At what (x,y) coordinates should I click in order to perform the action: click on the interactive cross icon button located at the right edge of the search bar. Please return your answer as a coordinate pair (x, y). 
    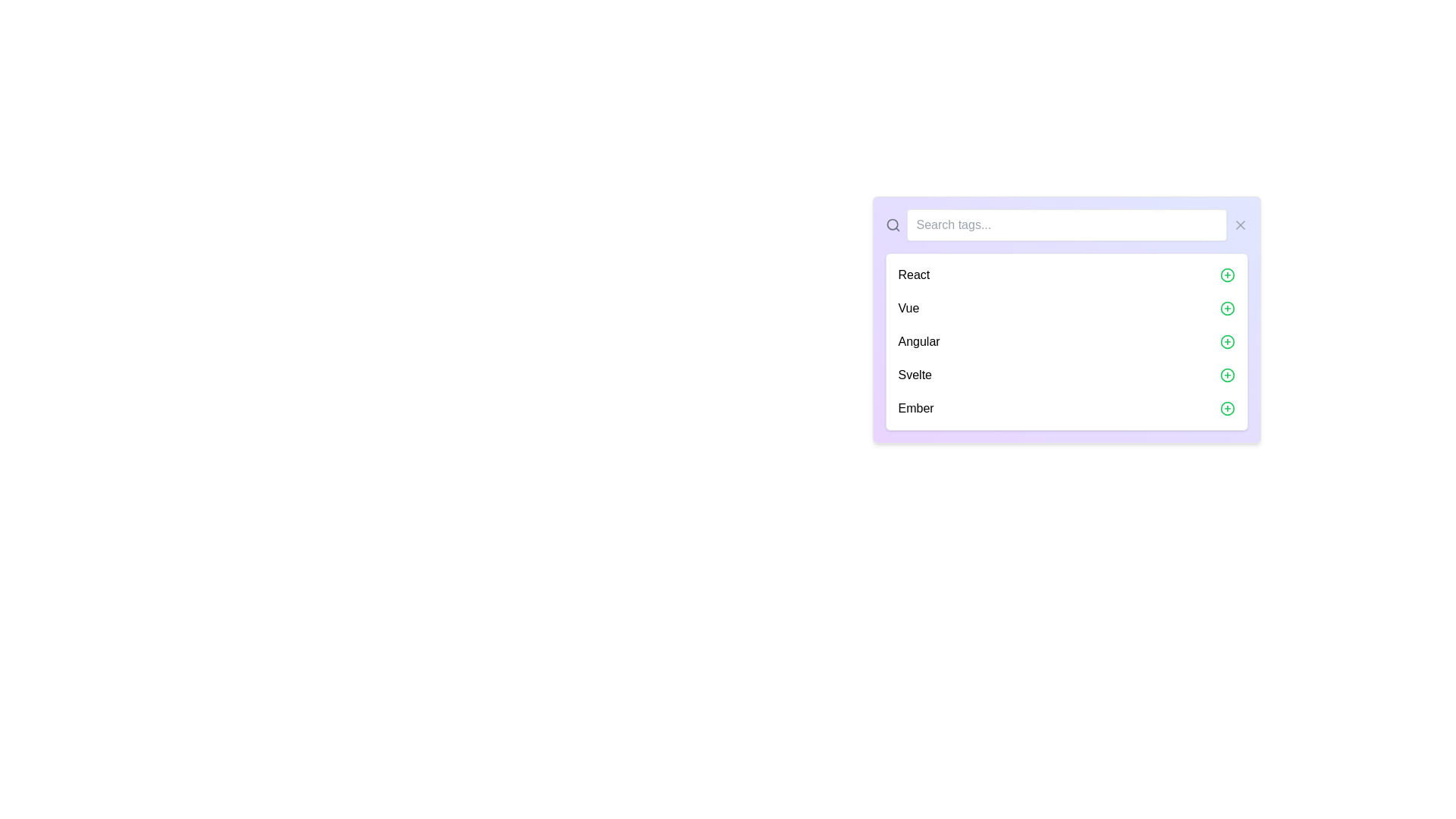
    Looking at the image, I should click on (1240, 225).